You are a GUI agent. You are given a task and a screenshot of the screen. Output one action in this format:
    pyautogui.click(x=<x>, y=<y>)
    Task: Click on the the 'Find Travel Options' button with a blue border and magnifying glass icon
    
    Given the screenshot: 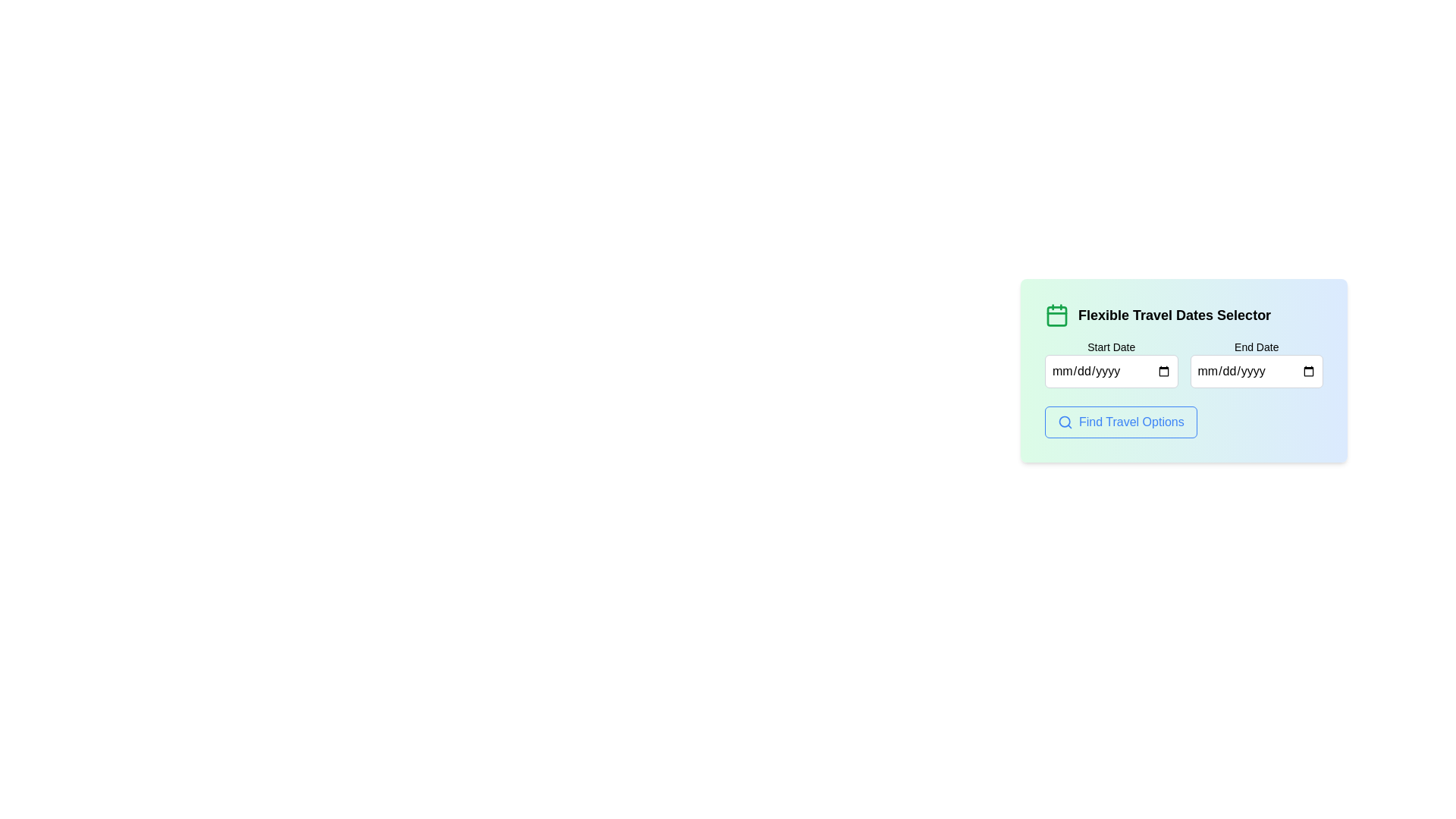 What is the action you would take?
    pyautogui.click(x=1121, y=422)
    